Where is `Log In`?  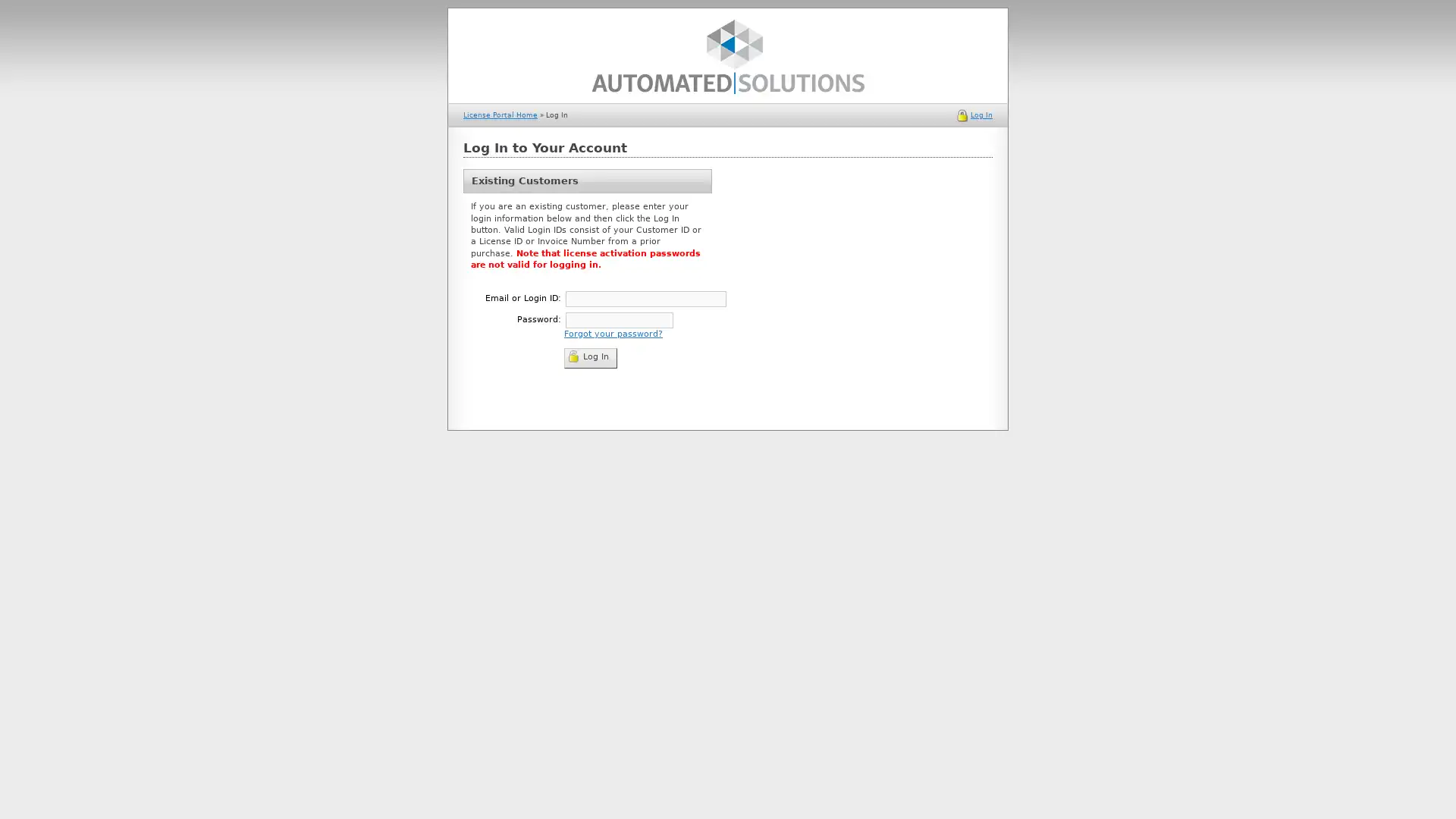
Log In is located at coordinates (589, 357).